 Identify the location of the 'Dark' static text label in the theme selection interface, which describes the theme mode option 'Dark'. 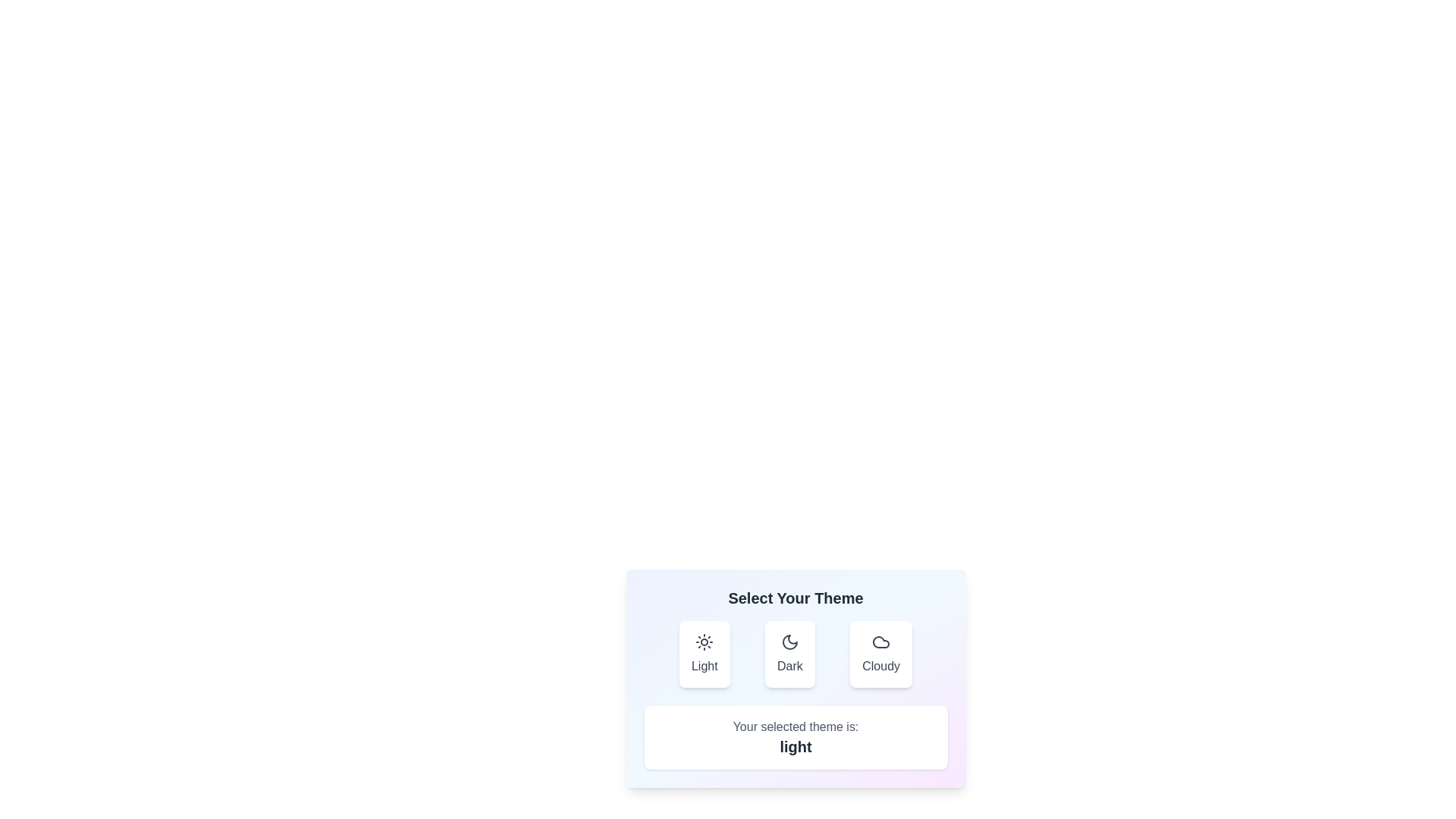
(789, 666).